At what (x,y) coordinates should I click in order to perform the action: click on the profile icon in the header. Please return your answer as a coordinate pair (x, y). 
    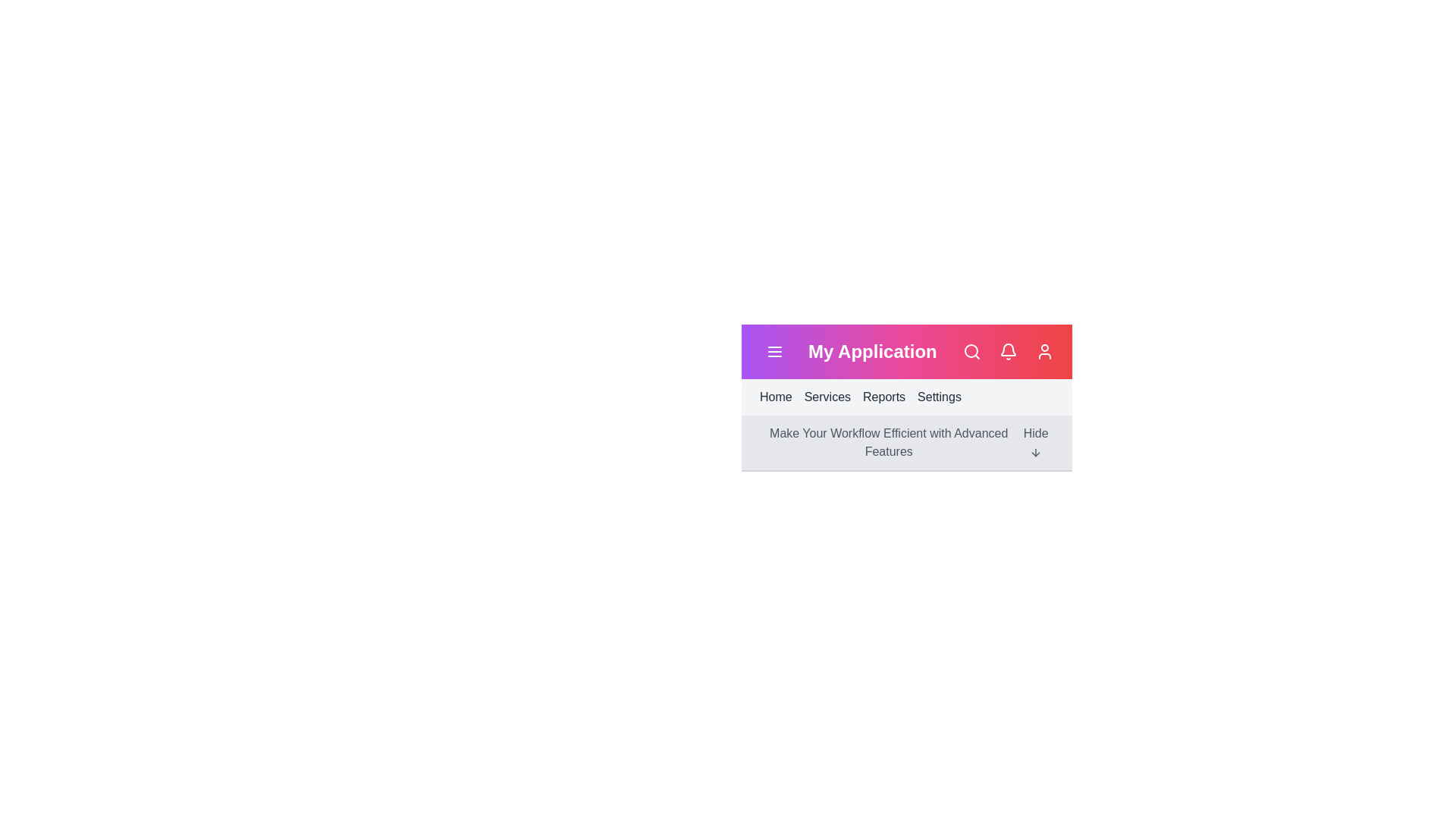
    Looking at the image, I should click on (1043, 351).